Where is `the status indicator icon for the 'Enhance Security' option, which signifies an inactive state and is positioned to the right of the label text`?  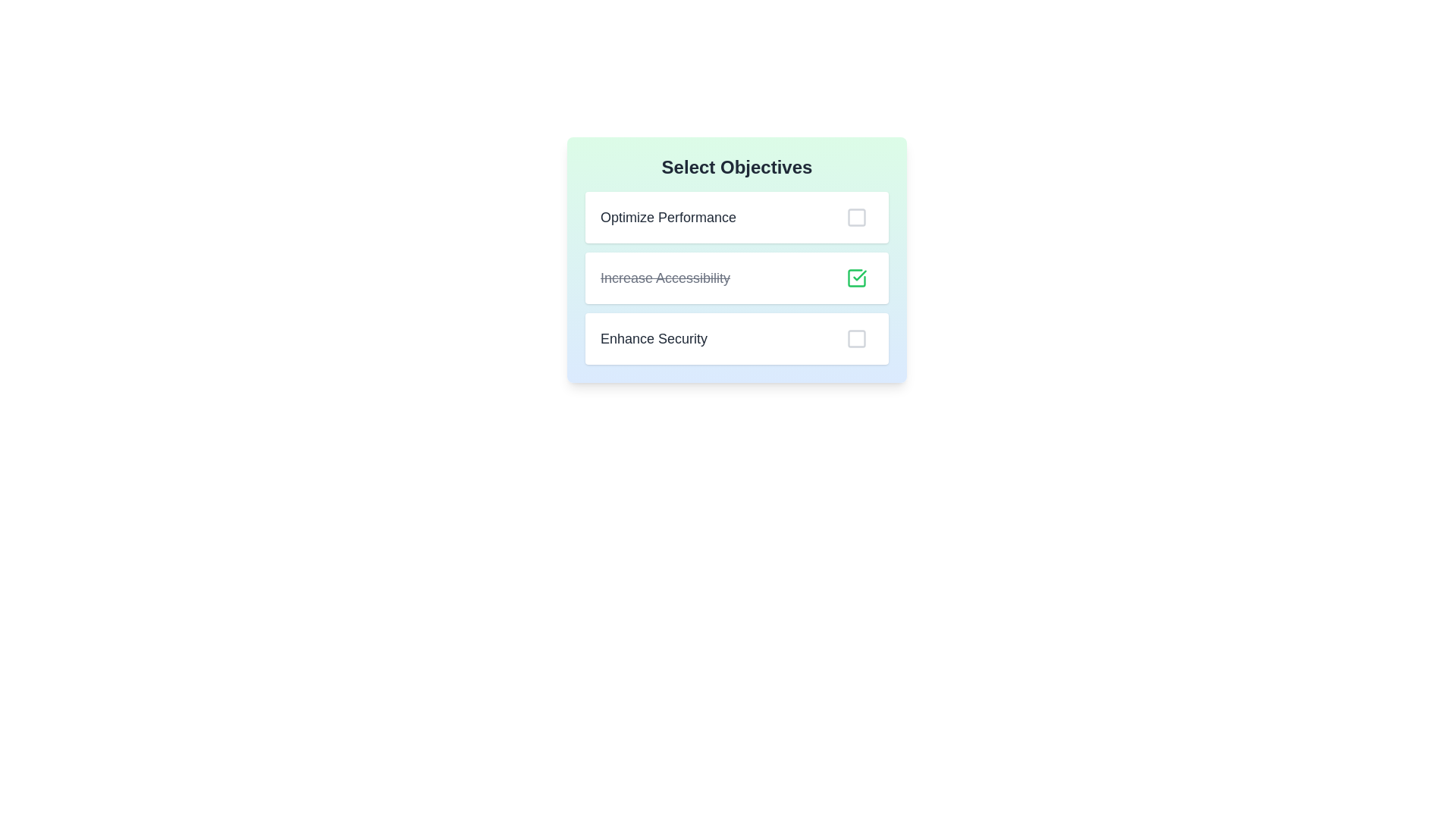
the status indicator icon for the 'Enhance Security' option, which signifies an inactive state and is positioned to the right of the label text is located at coordinates (856, 338).